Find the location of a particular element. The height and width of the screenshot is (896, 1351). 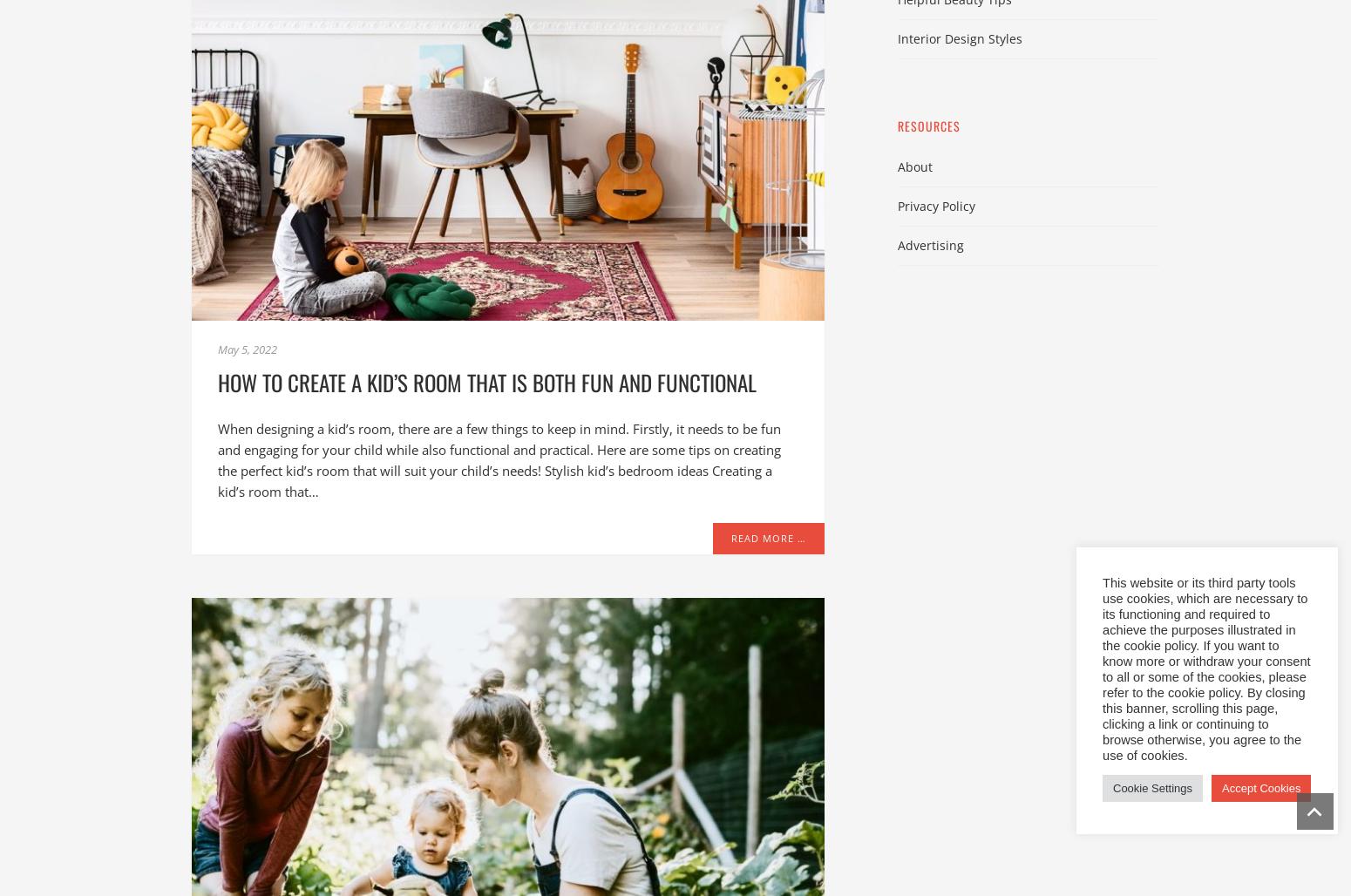

'Accept Cookies' is located at coordinates (1259, 788).